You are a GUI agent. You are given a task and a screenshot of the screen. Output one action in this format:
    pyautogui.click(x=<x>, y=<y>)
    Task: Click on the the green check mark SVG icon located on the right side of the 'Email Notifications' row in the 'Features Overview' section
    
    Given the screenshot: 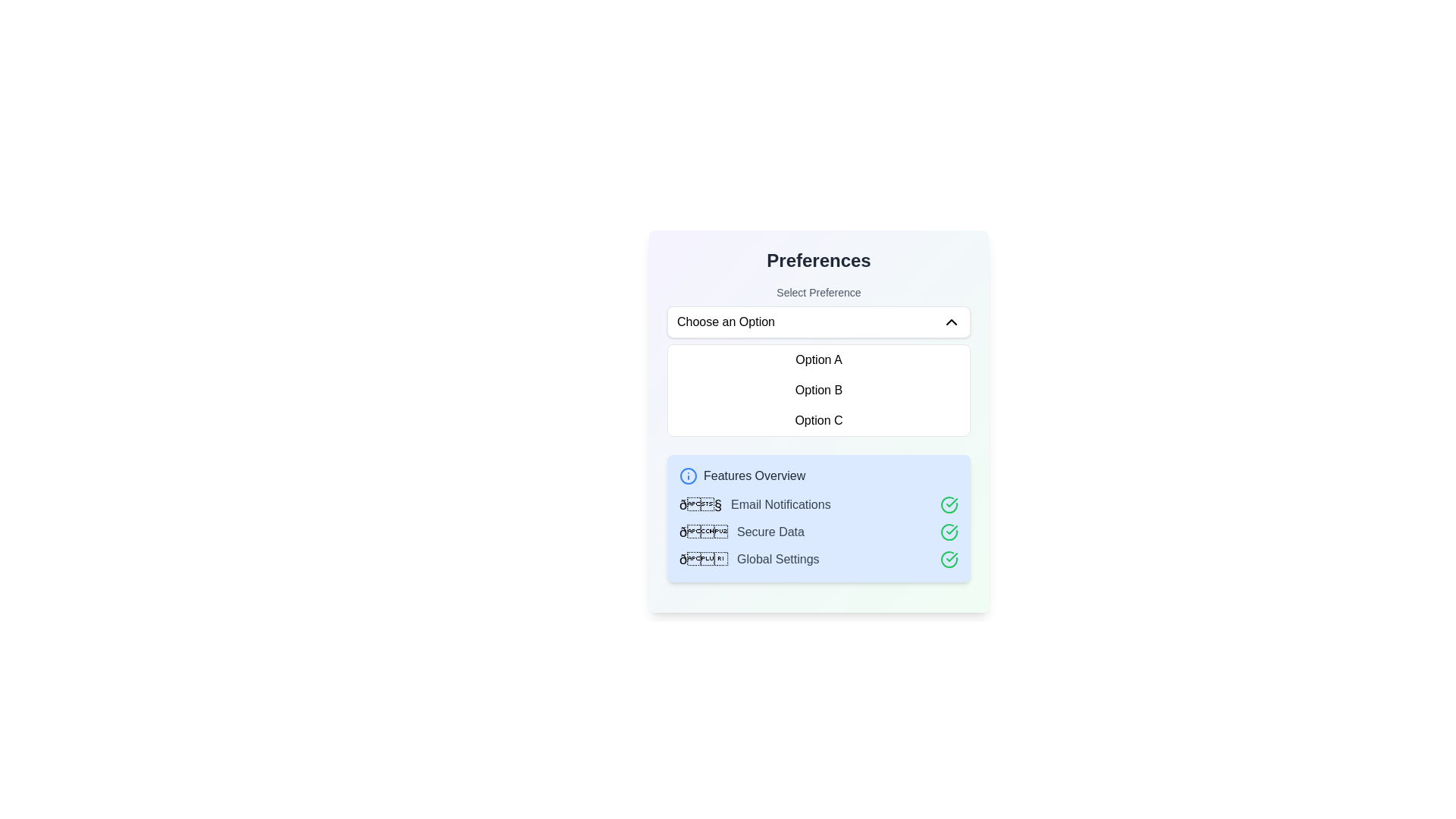 What is the action you would take?
    pyautogui.click(x=951, y=529)
    